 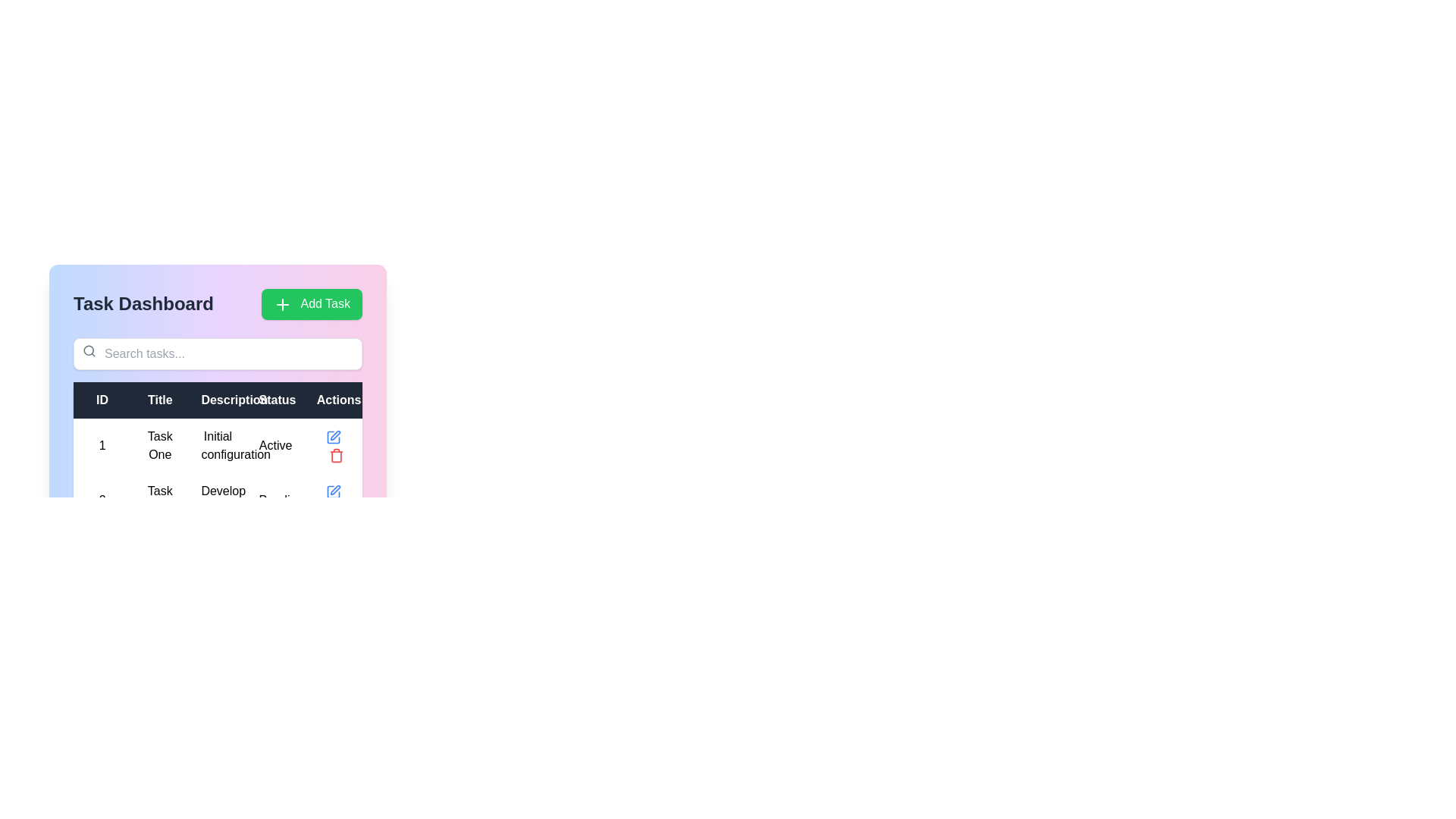 What do you see at coordinates (217, 444) in the screenshot?
I see `the text label` at bounding box center [217, 444].